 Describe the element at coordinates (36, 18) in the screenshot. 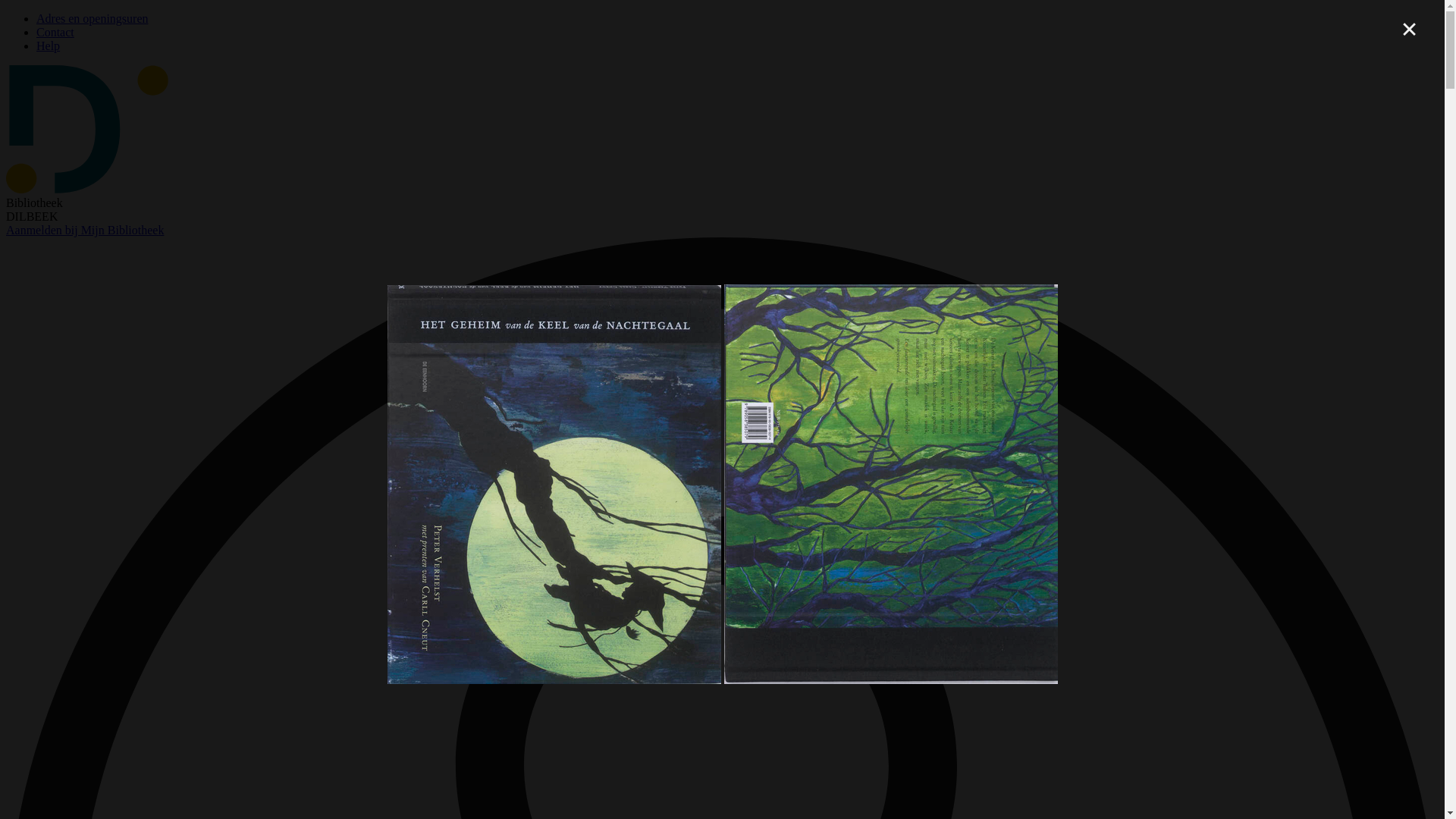

I see `'Adres en openingsuren'` at that location.